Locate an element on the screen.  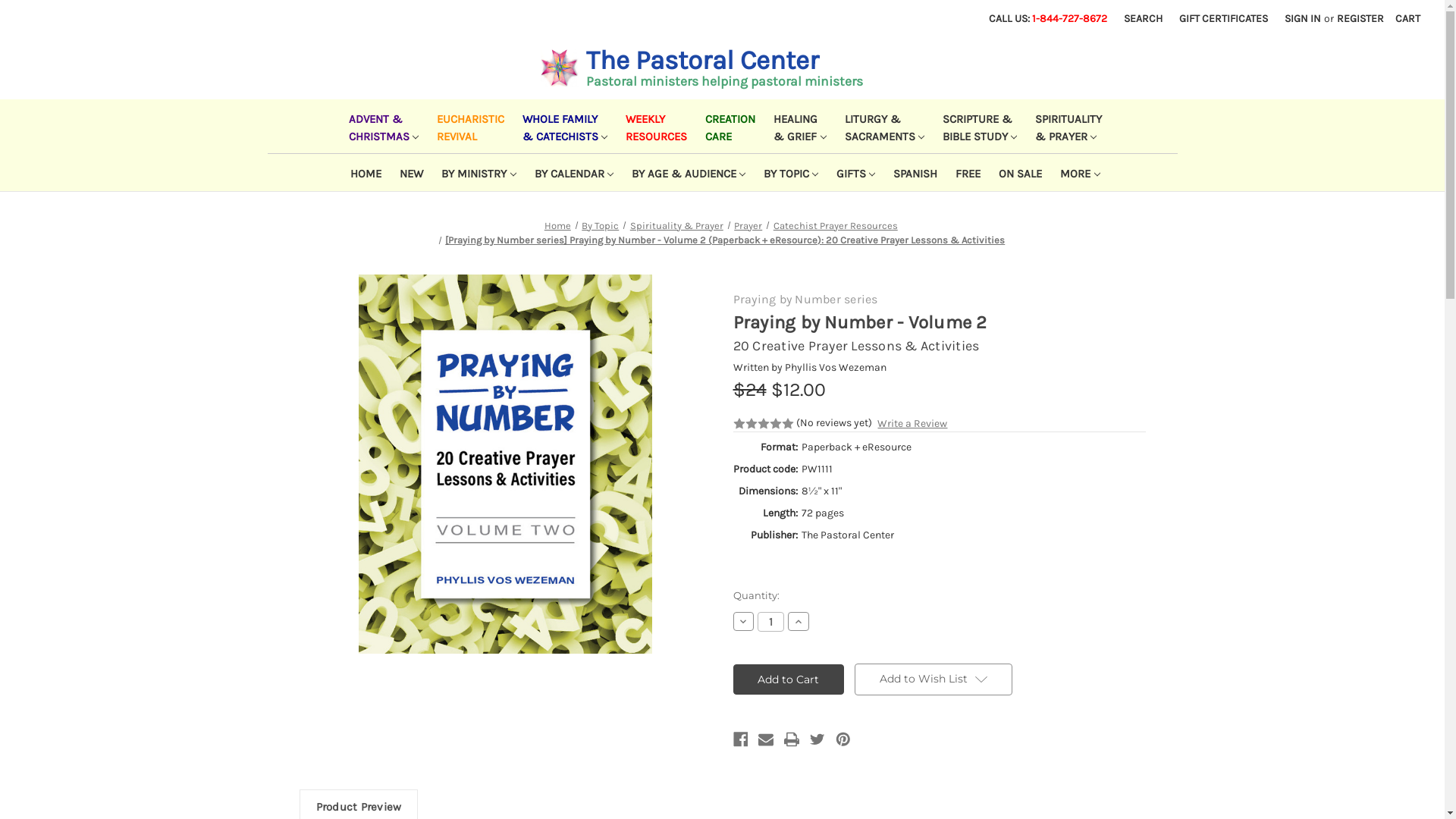
'ON SALE' is located at coordinates (1017, 171).